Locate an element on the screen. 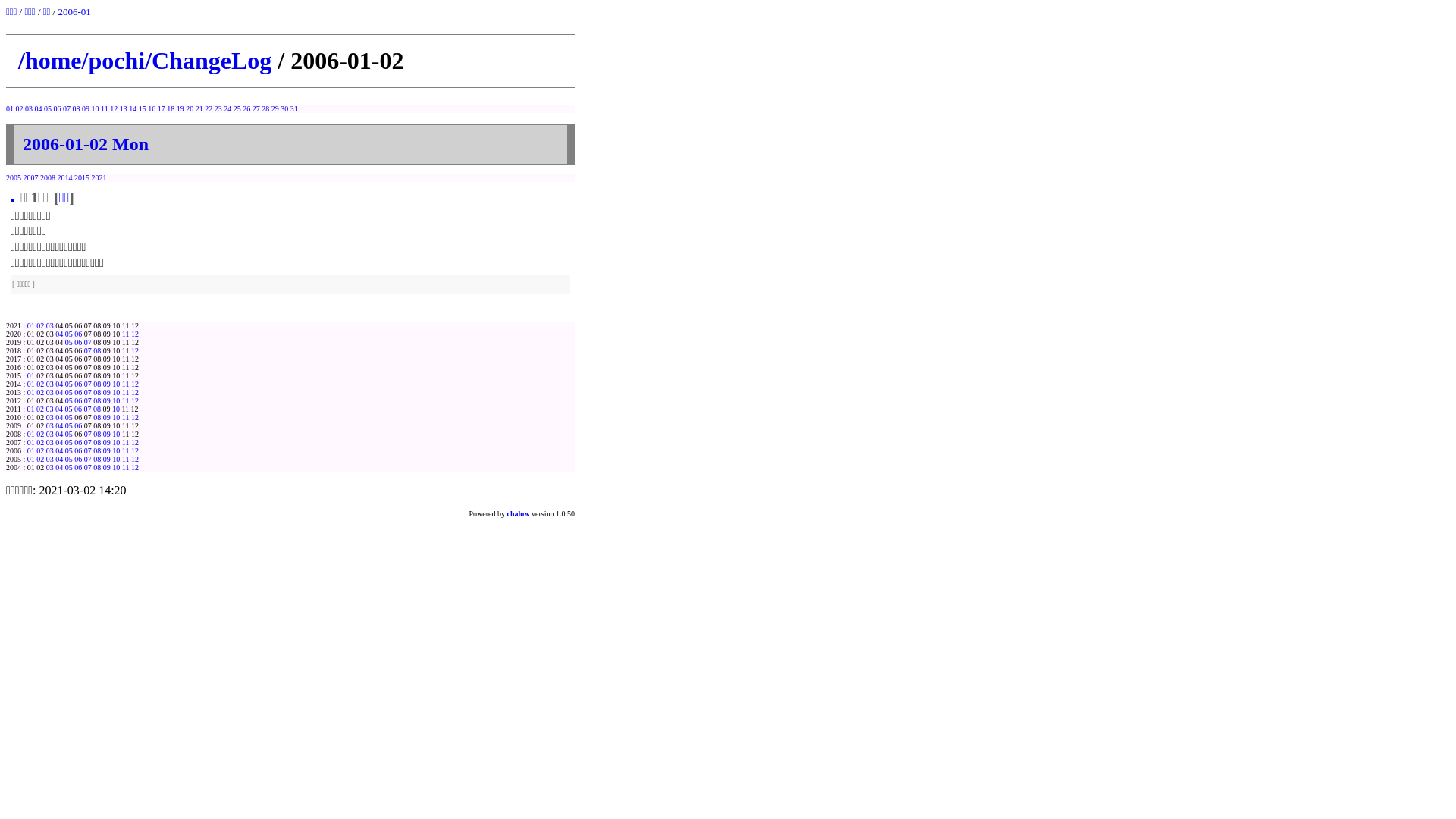 The image size is (1456, 819). '10' is located at coordinates (111, 450).